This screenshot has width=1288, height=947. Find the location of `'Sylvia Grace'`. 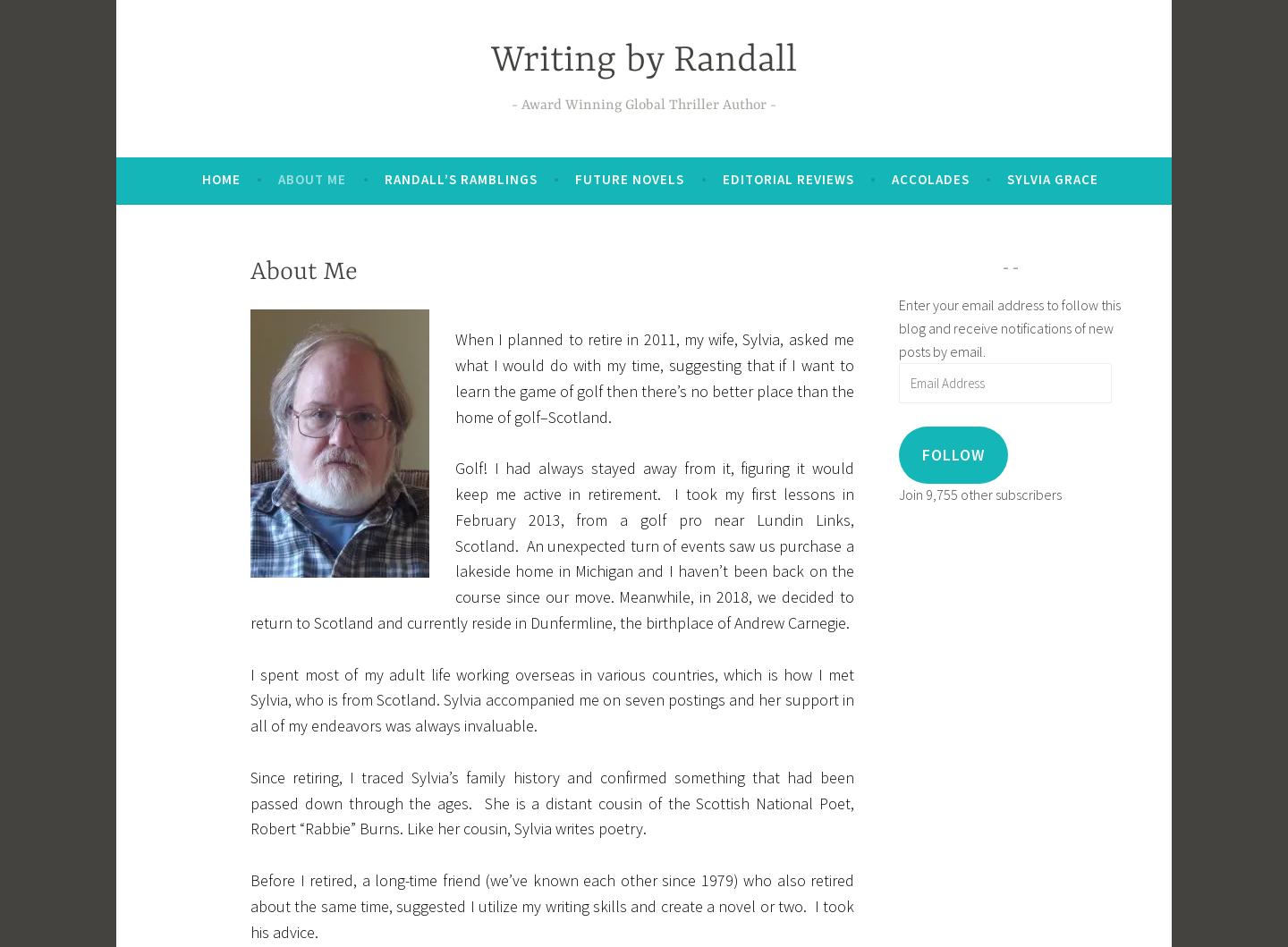

'Sylvia Grace' is located at coordinates (1053, 178).